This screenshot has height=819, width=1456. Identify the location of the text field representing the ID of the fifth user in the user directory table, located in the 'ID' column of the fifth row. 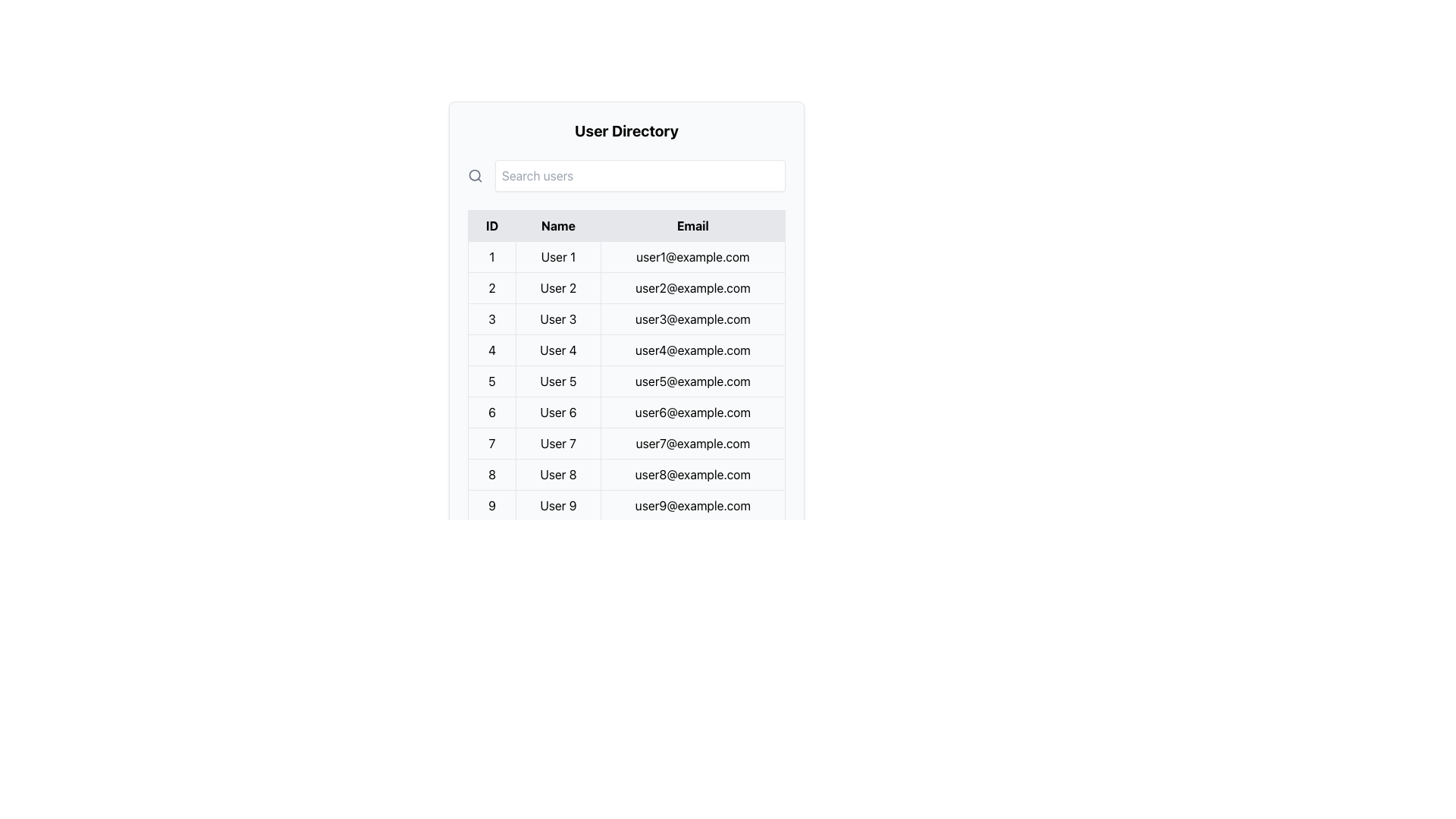
(491, 380).